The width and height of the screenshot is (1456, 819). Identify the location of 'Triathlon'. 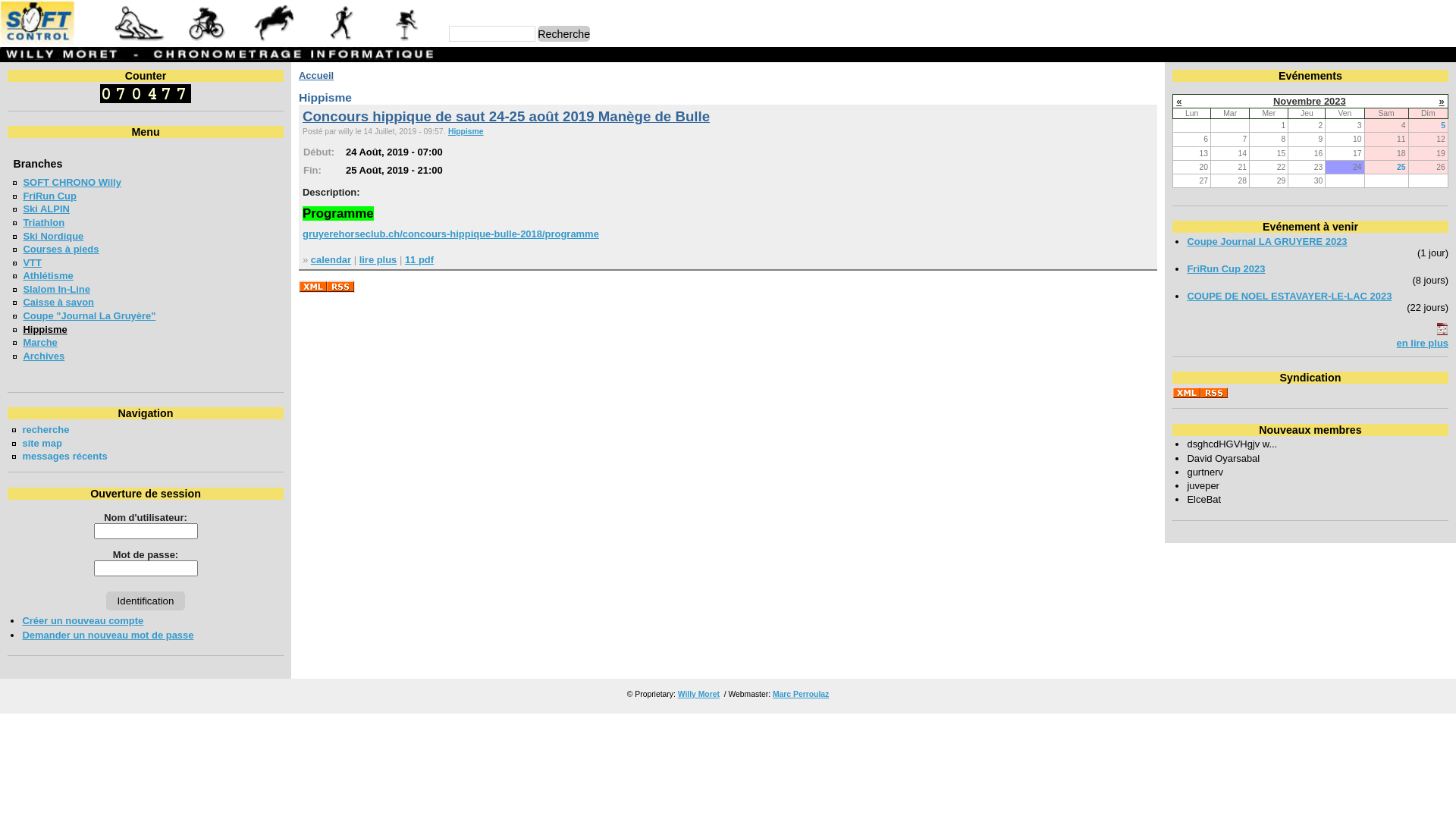
(43, 222).